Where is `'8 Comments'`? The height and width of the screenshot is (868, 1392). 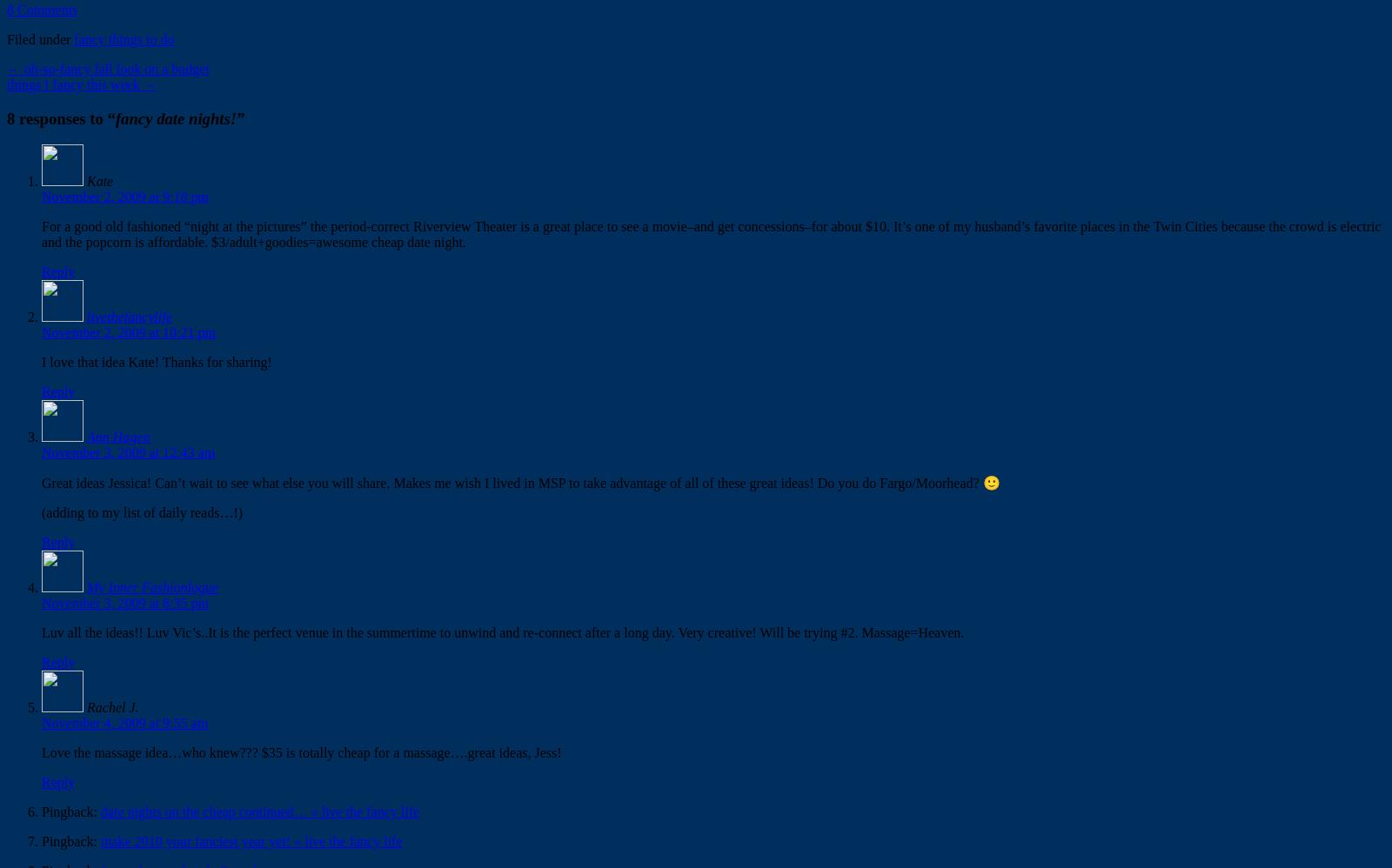 '8 Comments' is located at coordinates (6, 9).